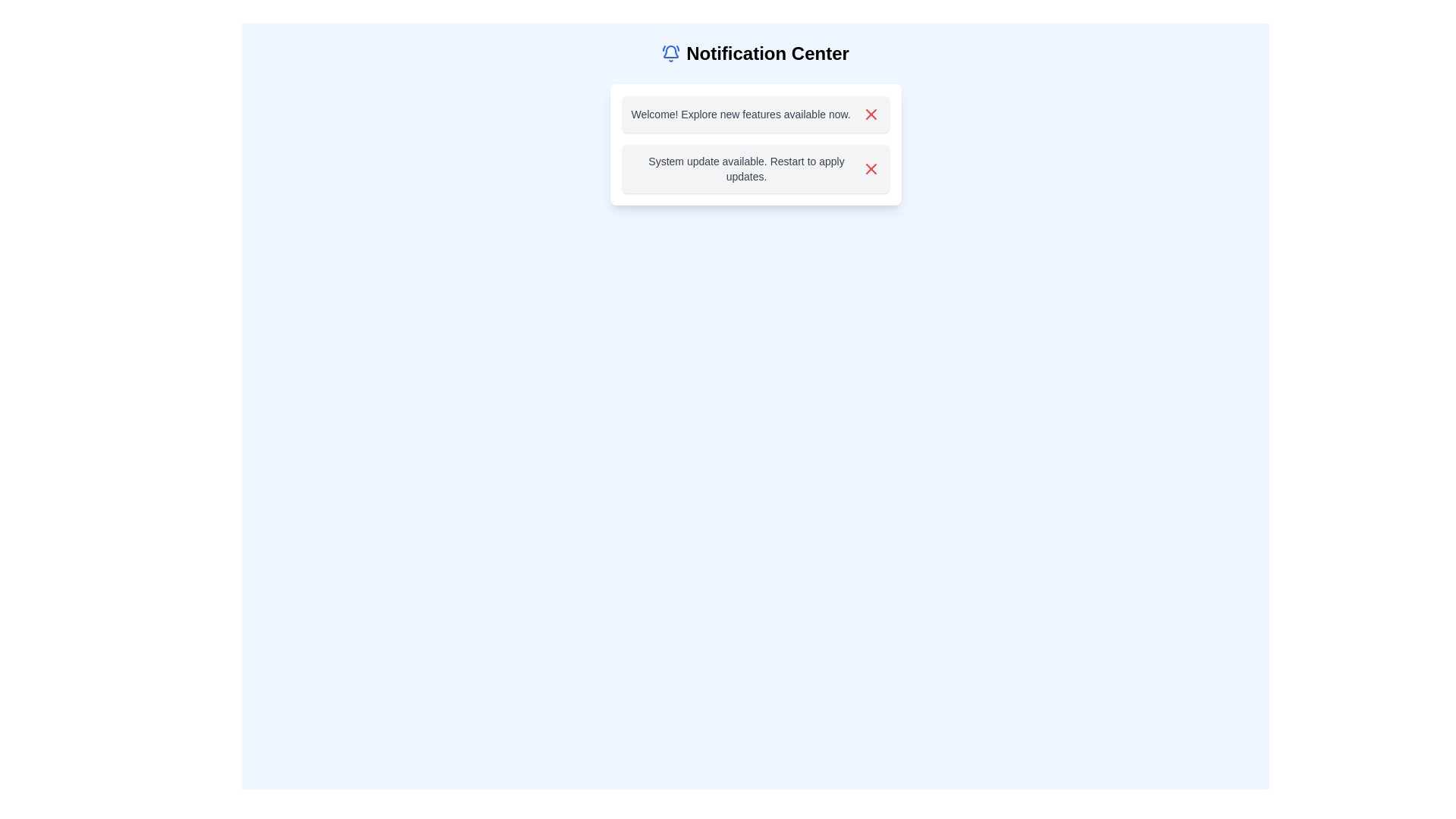 The height and width of the screenshot is (819, 1456). Describe the element at coordinates (871, 169) in the screenshot. I see `the close button of the second notification item in the Notification Center for keyboard interaction` at that location.